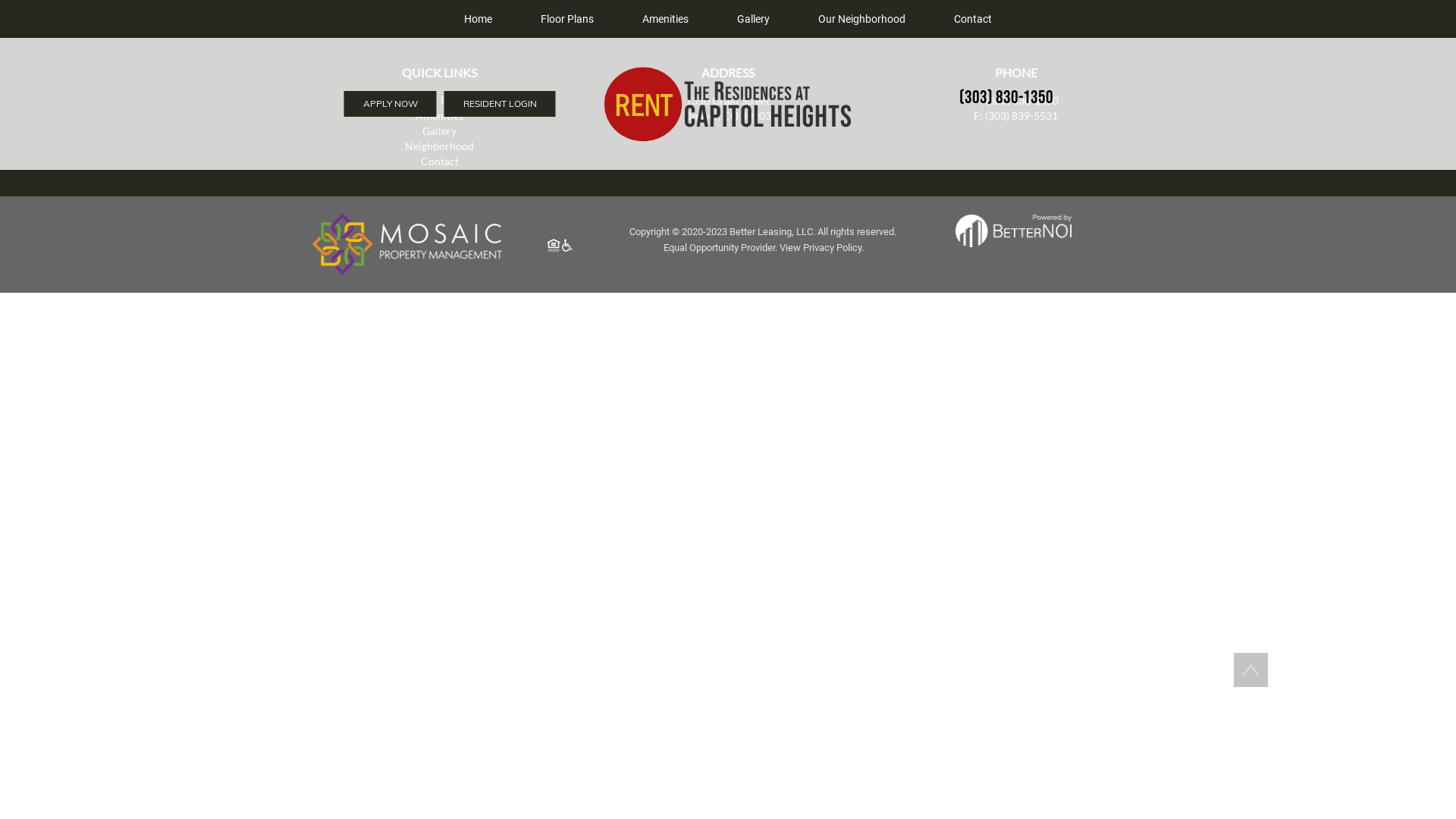  I want to click on 'Privacy Policy', so click(831, 246).